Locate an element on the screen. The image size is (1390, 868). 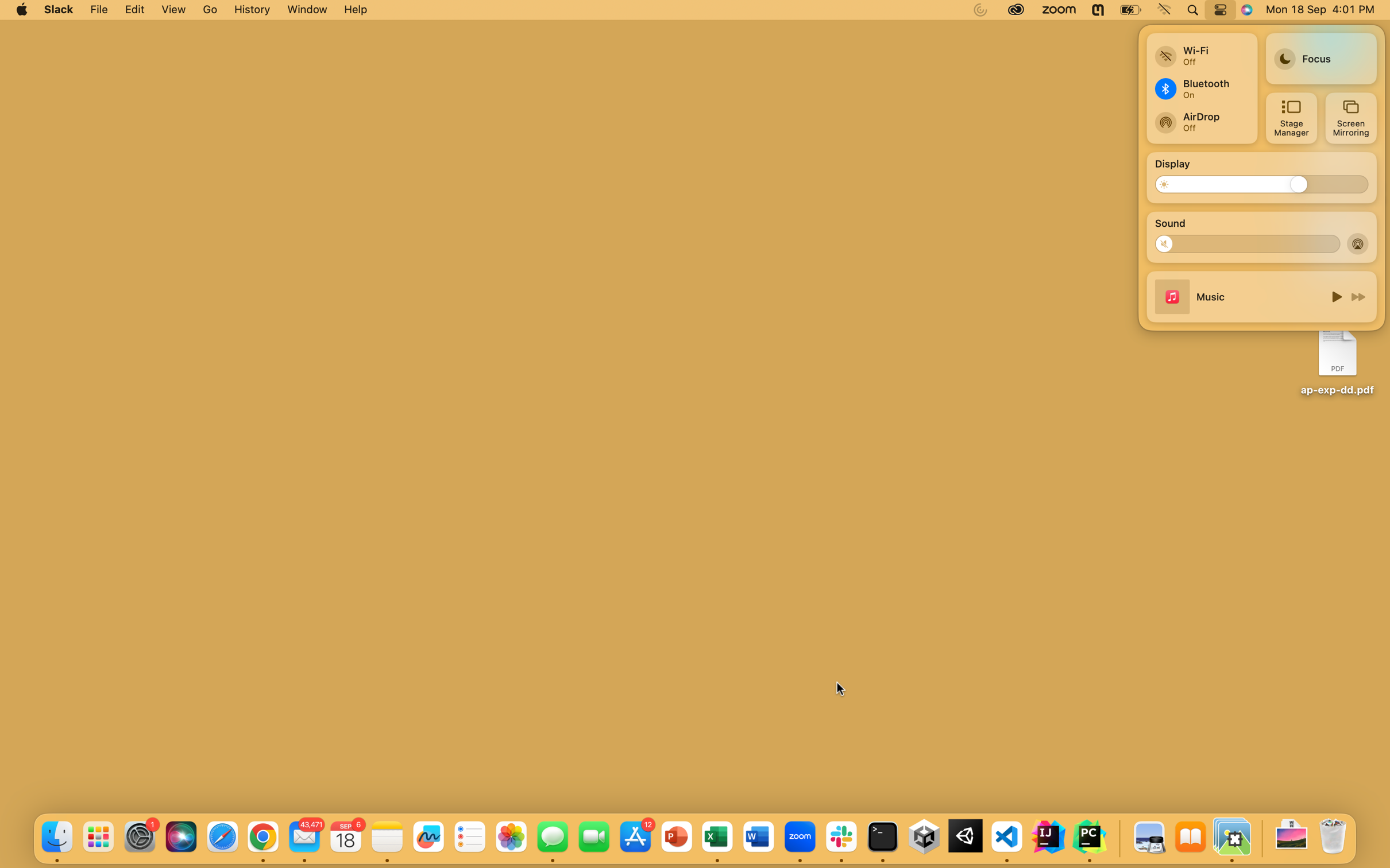
the volume to the lowest level is located at coordinates (1169, 243).